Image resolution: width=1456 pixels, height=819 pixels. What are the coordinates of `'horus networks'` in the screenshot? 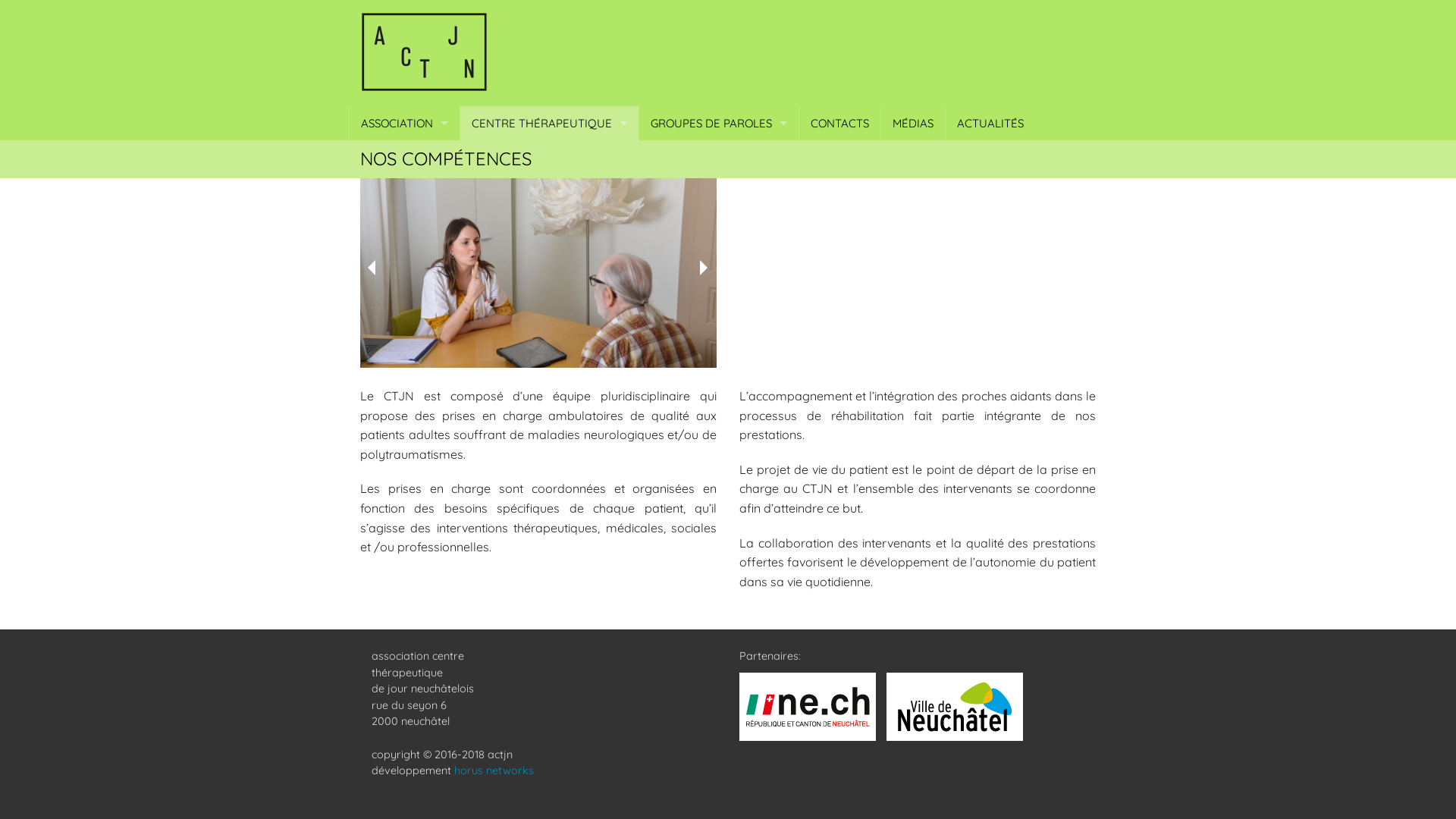 It's located at (494, 770).